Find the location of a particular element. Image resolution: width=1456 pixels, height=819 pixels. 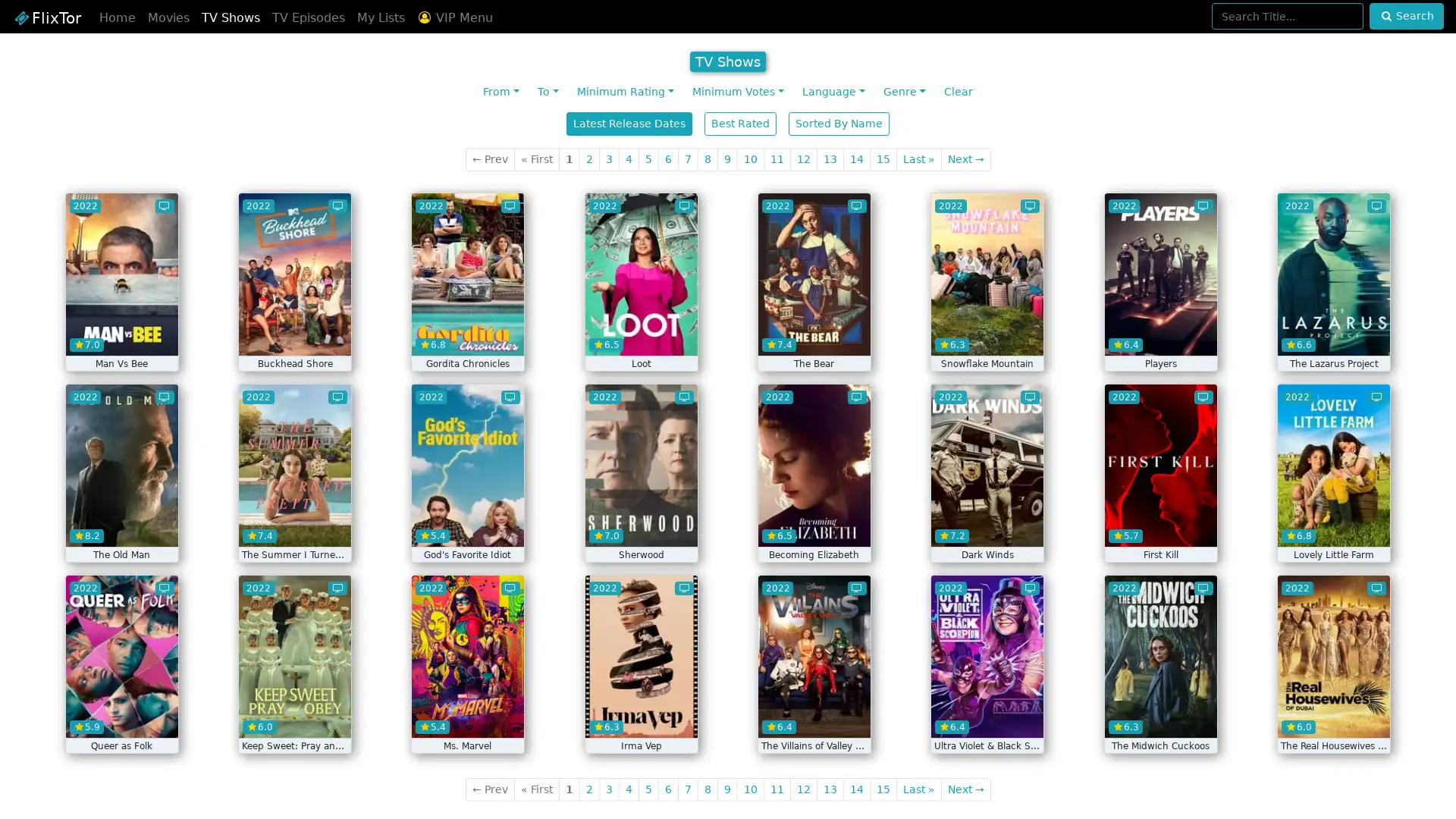

Watch Now is located at coordinates (641, 716).